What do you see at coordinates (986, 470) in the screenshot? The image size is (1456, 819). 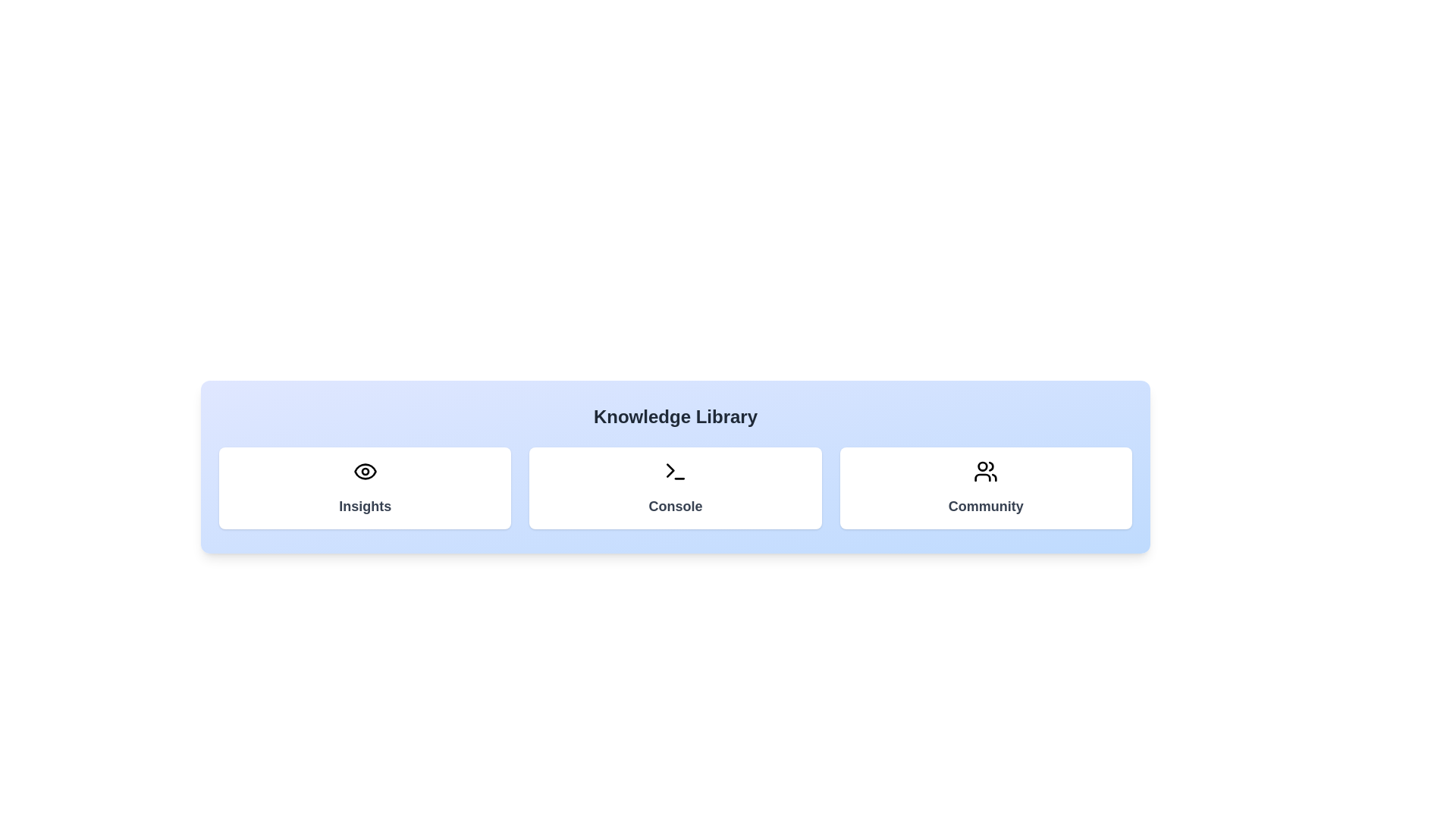 I see `the Community icon located in the top section of the Community card, which is the rightmost card in the row under the Knowledge Library title` at bounding box center [986, 470].